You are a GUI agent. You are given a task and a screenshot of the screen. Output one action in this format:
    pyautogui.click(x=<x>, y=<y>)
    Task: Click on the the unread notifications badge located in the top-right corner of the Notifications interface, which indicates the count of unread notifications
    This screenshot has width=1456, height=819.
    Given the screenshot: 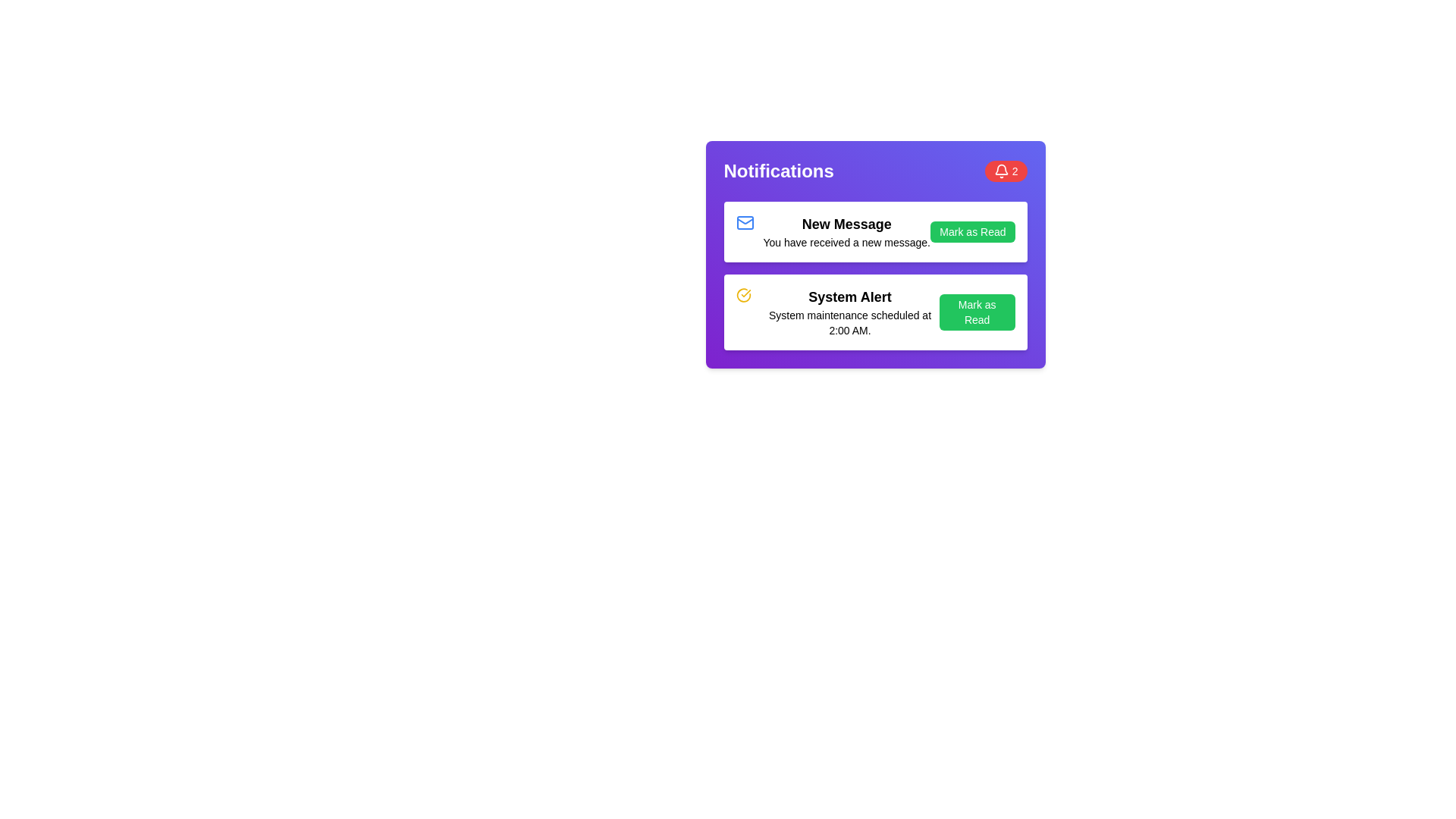 What is the action you would take?
    pyautogui.click(x=1006, y=171)
    